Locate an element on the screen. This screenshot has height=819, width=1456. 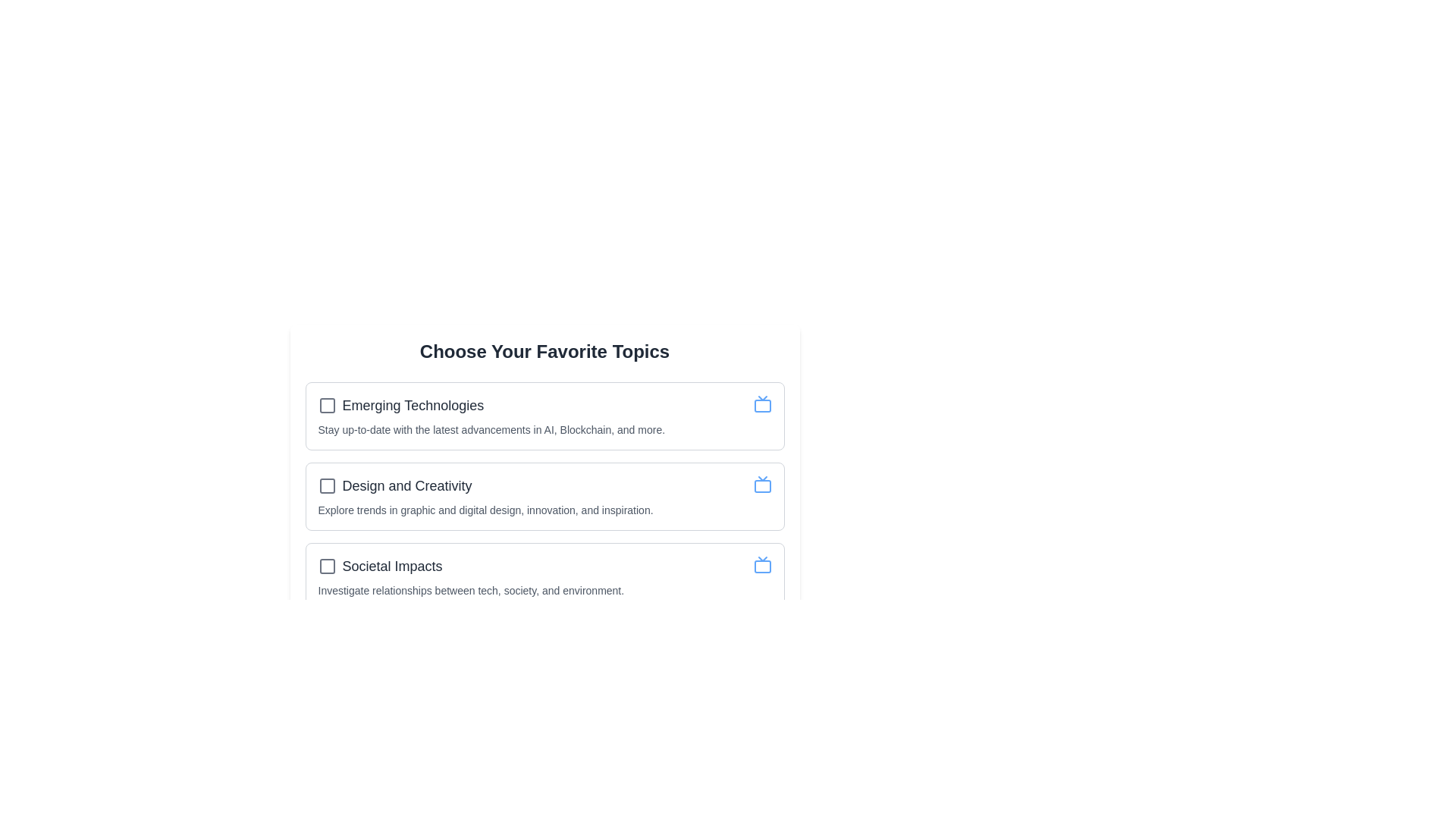
the 'Design and Creativity' panel section is located at coordinates (544, 497).